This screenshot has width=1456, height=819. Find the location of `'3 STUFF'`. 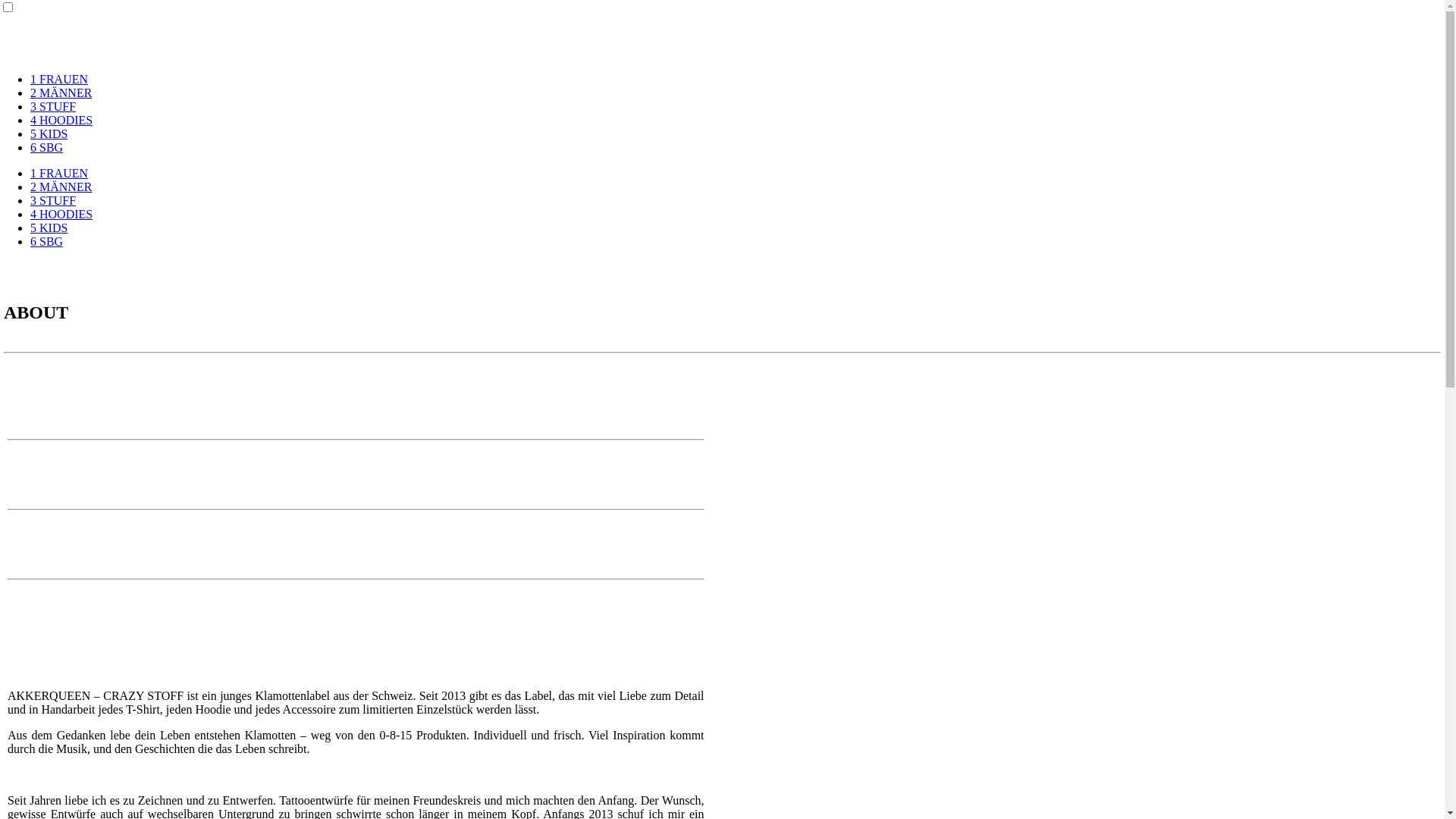

'3 STUFF' is located at coordinates (53, 105).